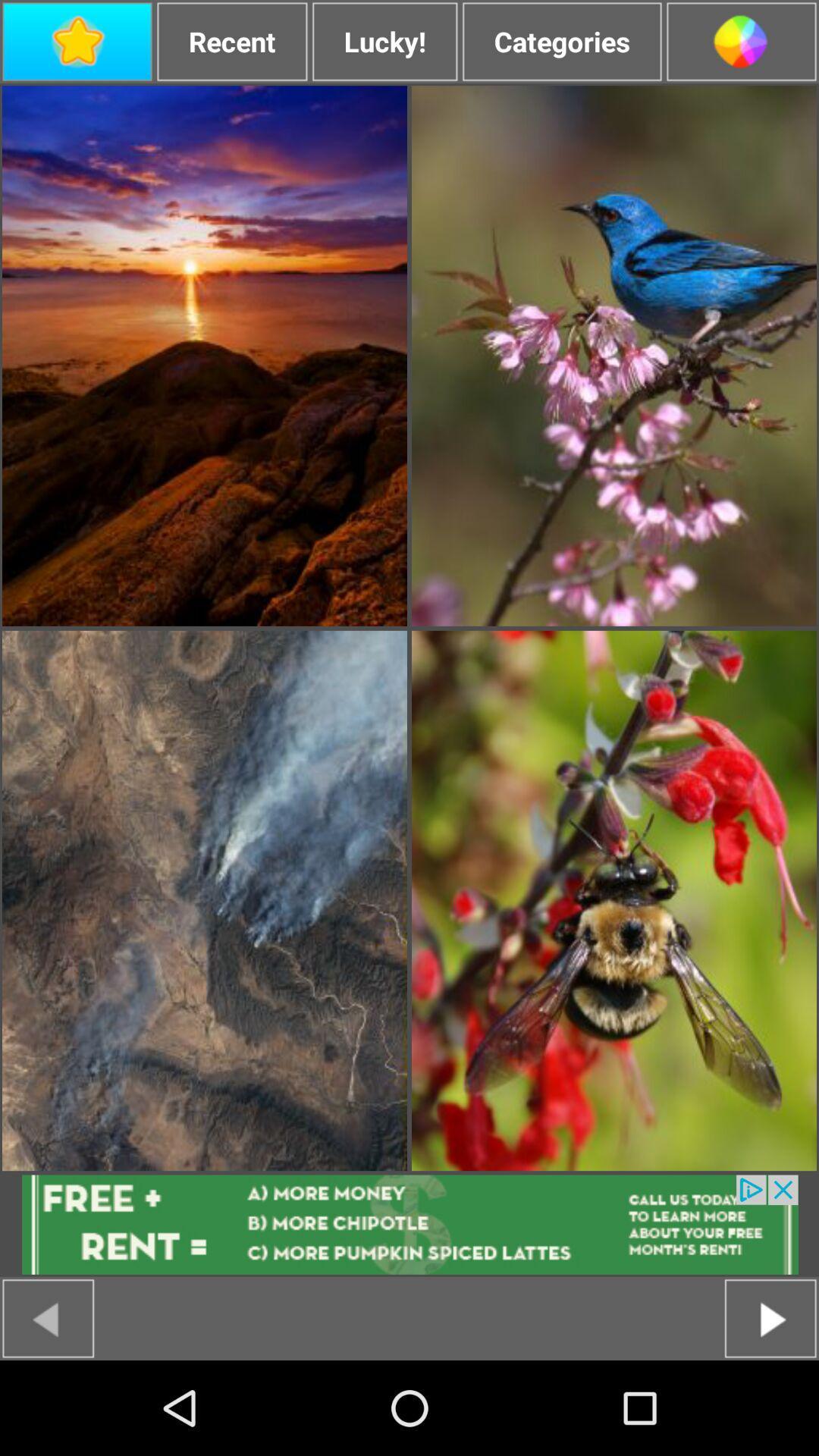 The width and height of the screenshot is (819, 1456). What do you see at coordinates (770, 1410) in the screenshot?
I see `the play icon` at bounding box center [770, 1410].